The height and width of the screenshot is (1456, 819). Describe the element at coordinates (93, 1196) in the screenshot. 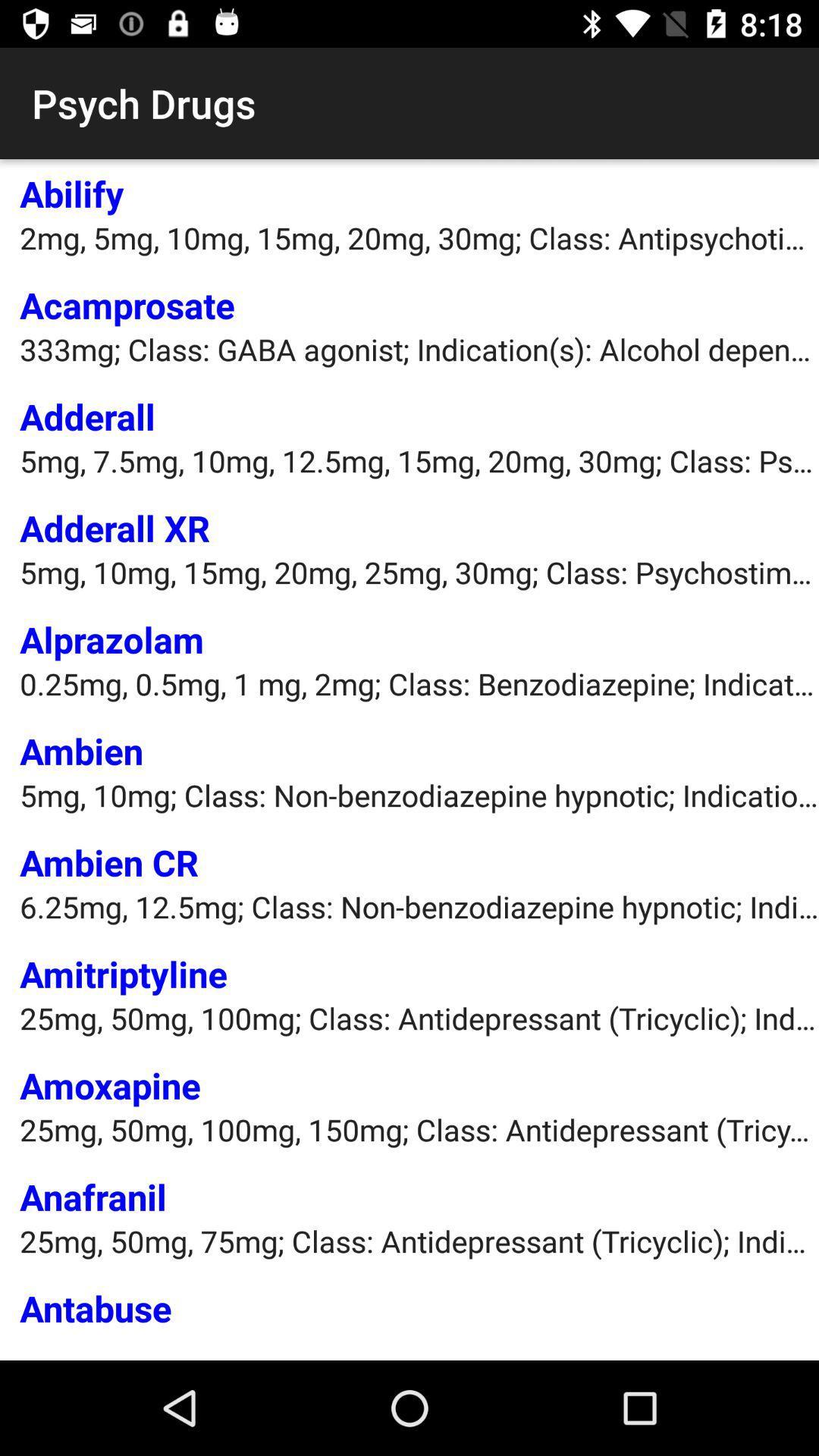

I see `the item above 25mg 50mg 75mg item` at that location.